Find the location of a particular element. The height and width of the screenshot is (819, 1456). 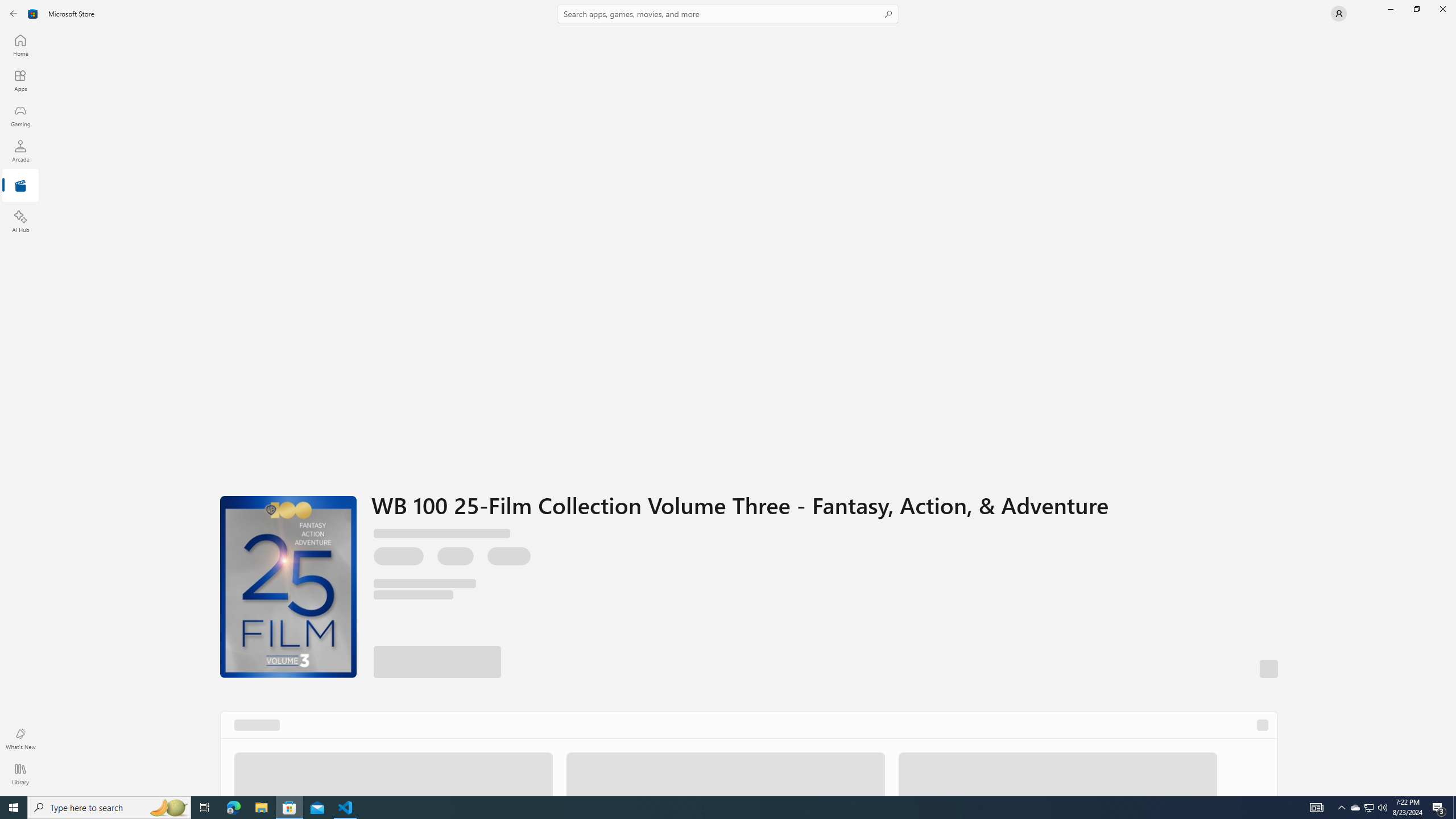

'User profile' is located at coordinates (1338, 13).